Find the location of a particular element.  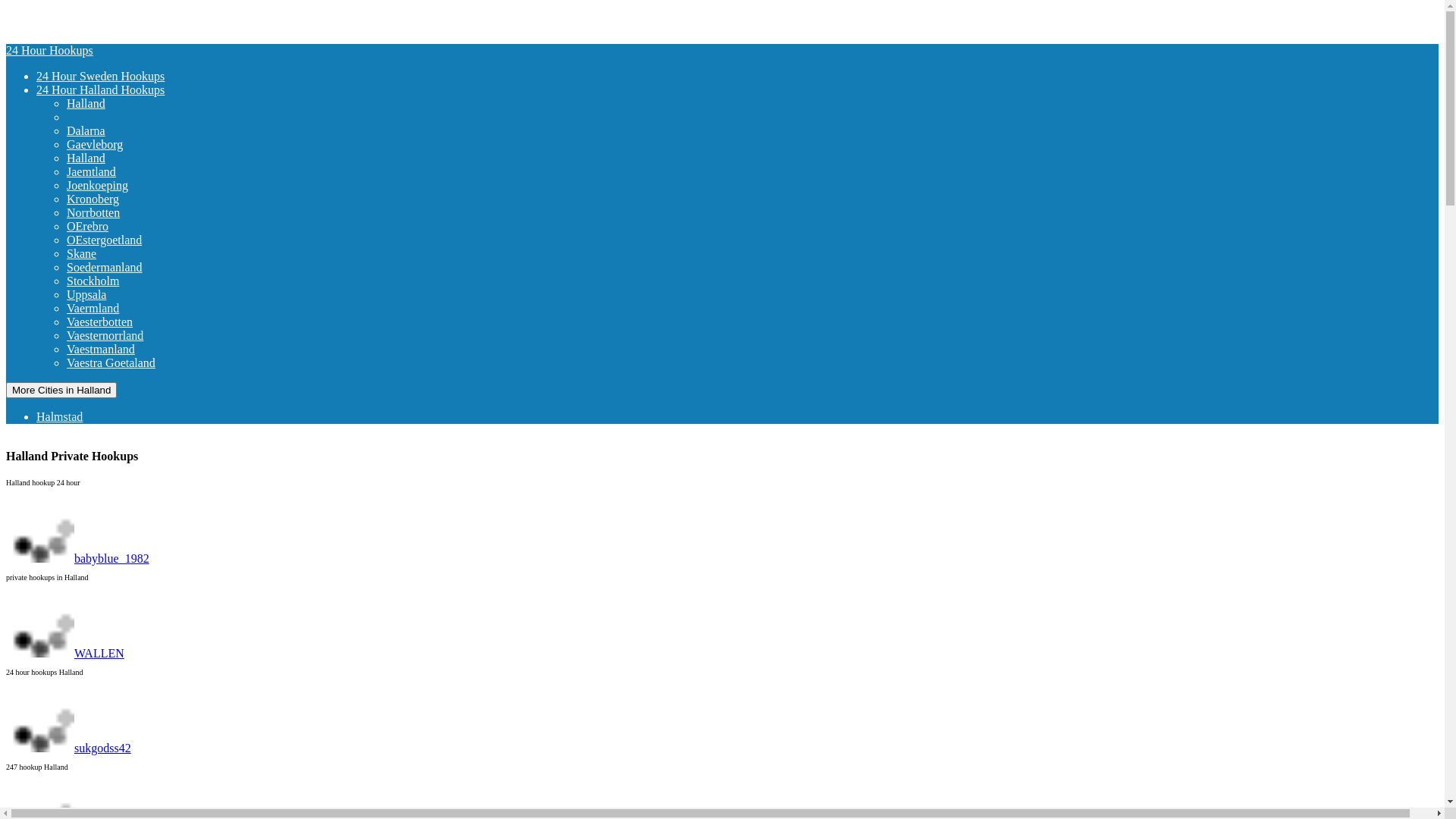

'sukgodss42' is located at coordinates (67, 747).